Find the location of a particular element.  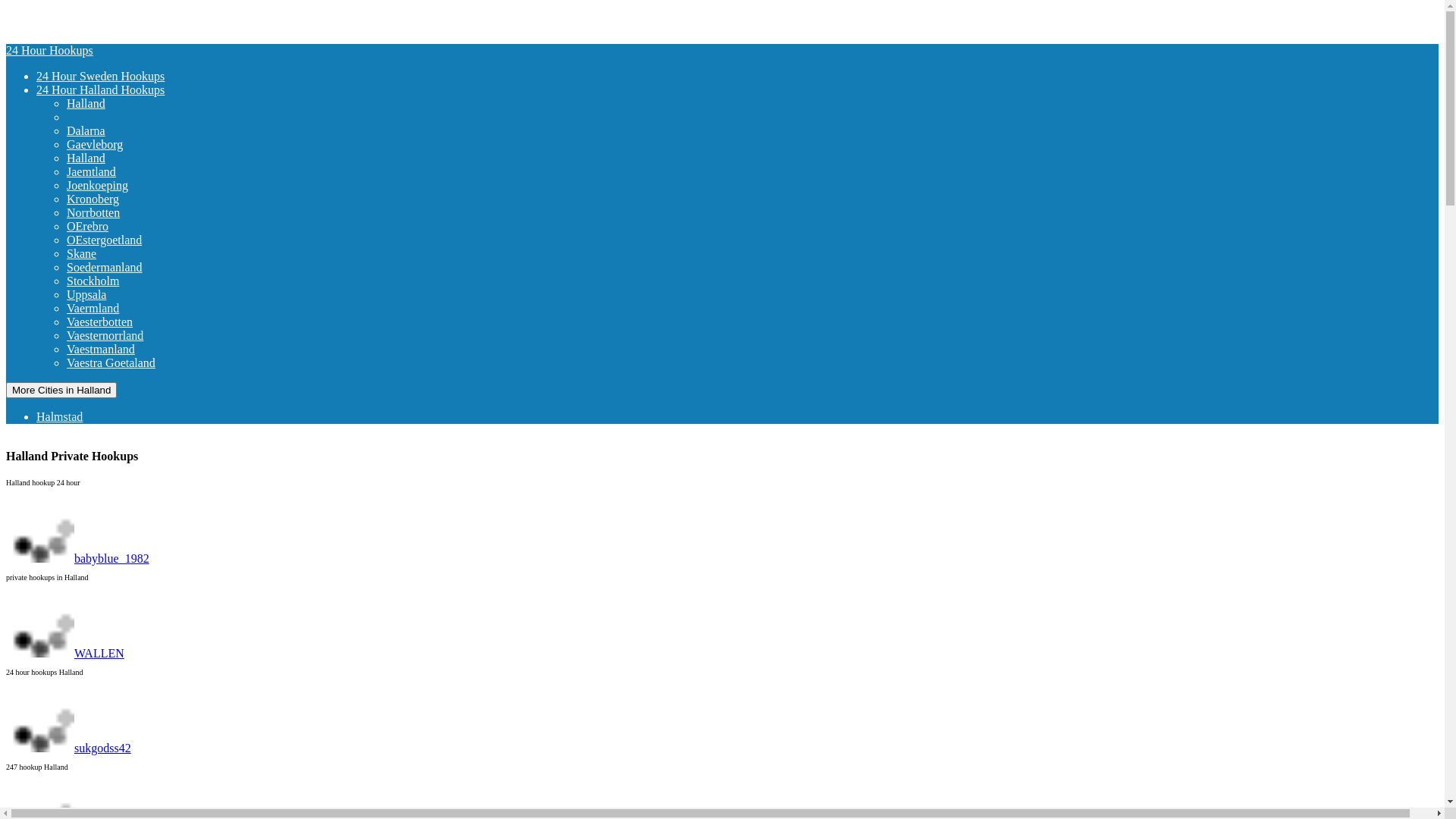

'sukgodss42' is located at coordinates (67, 747).